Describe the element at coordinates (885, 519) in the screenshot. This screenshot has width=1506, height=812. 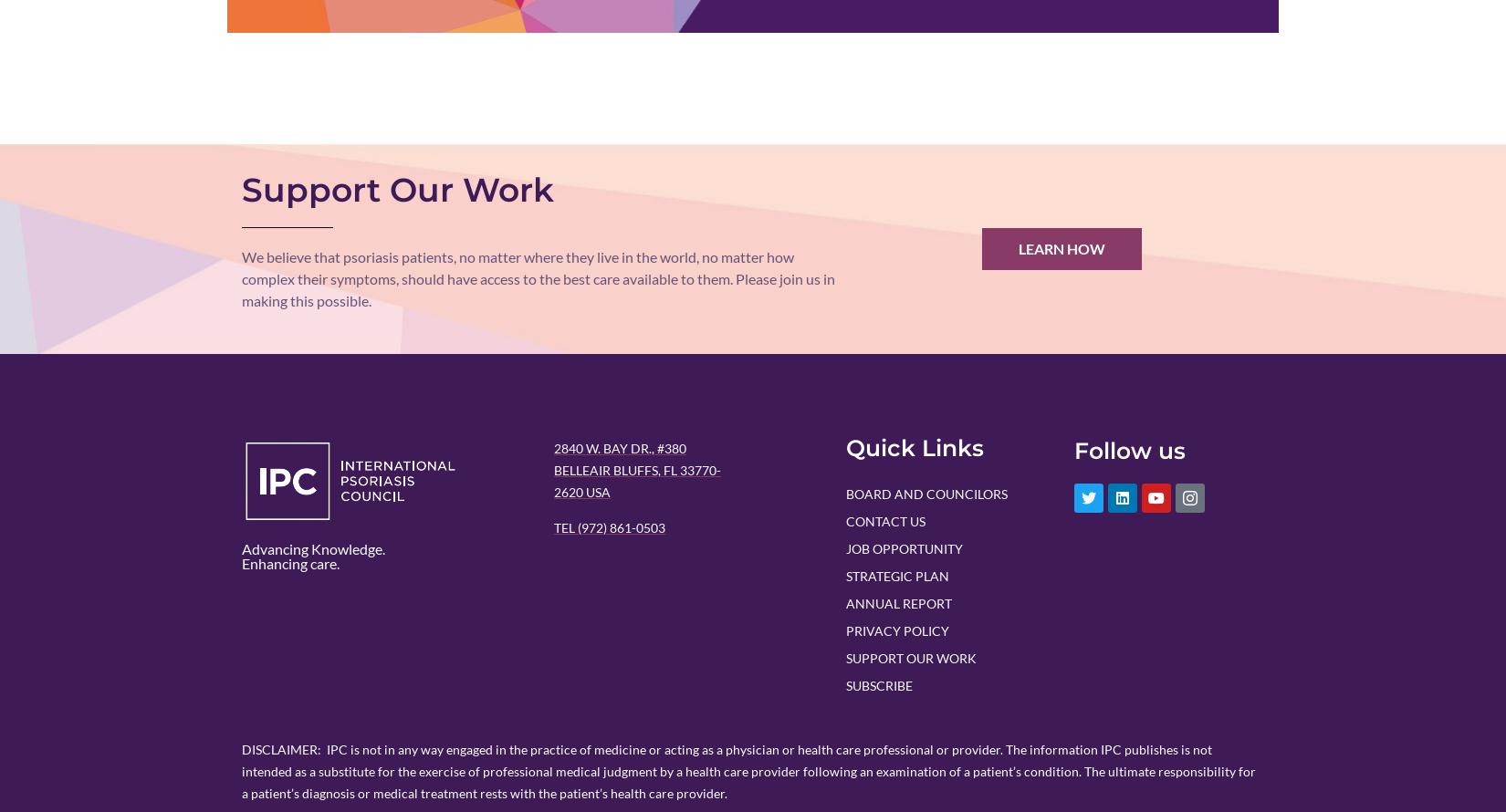
I see `'Contact Us'` at that location.